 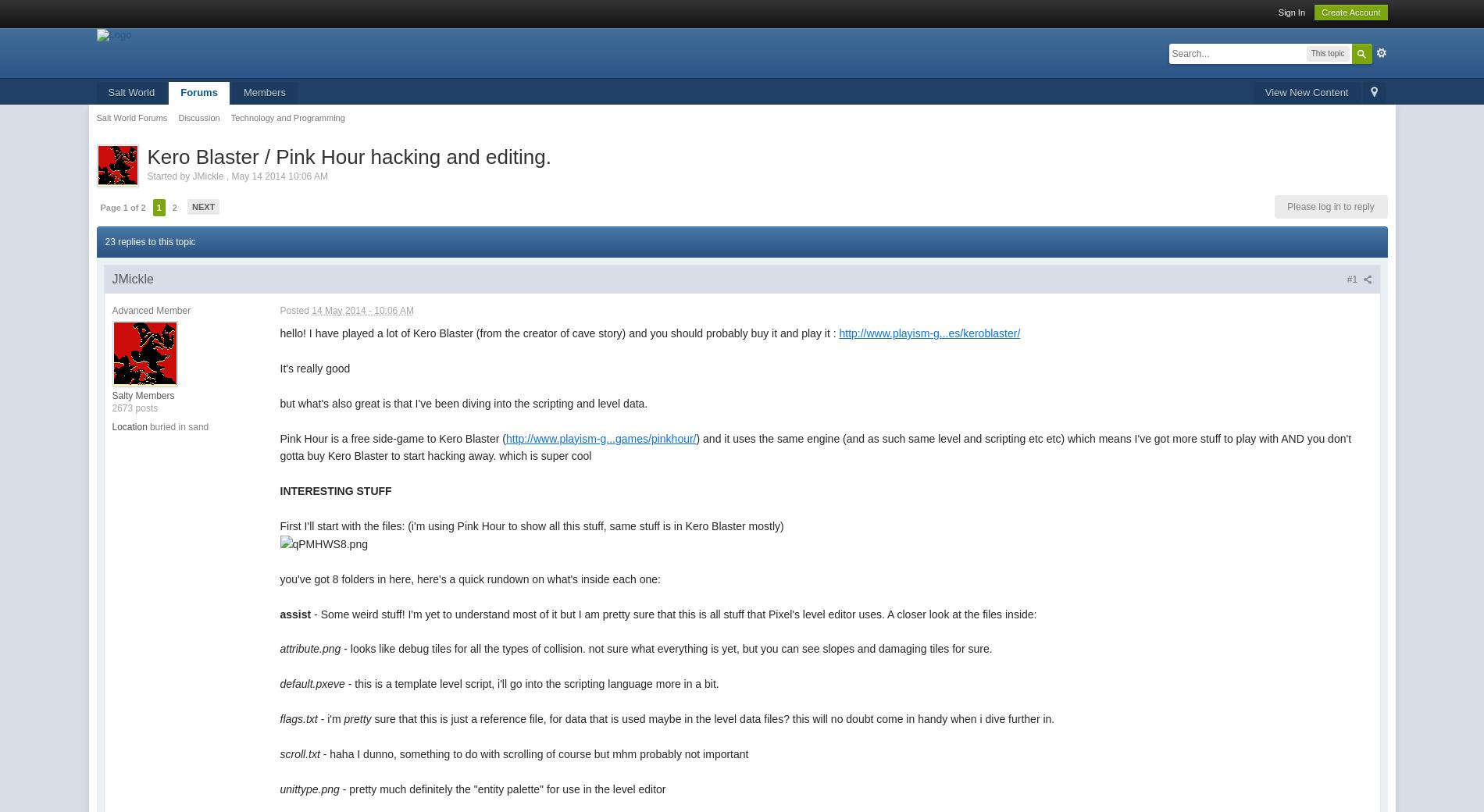 What do you see at coordinates (169, 175) in the screenshot?
I see `'Started by'` at bounding box center [169, 175].